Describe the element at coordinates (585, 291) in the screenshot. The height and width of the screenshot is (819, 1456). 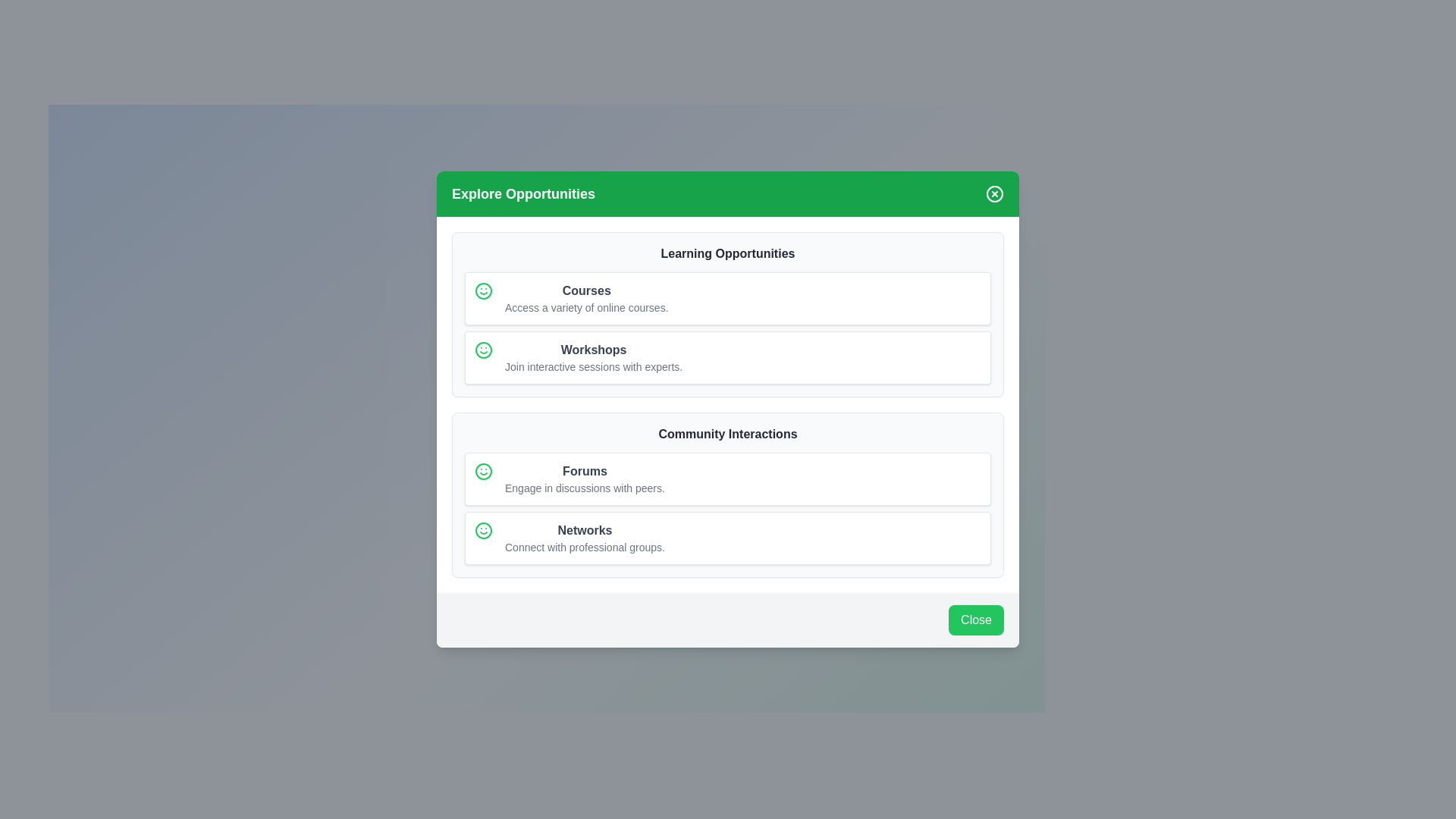
I see `the 'Courses' text label element, which is styled in gray with a bold font and located in the 'Learning Opportunities' section of the interface` at that location.